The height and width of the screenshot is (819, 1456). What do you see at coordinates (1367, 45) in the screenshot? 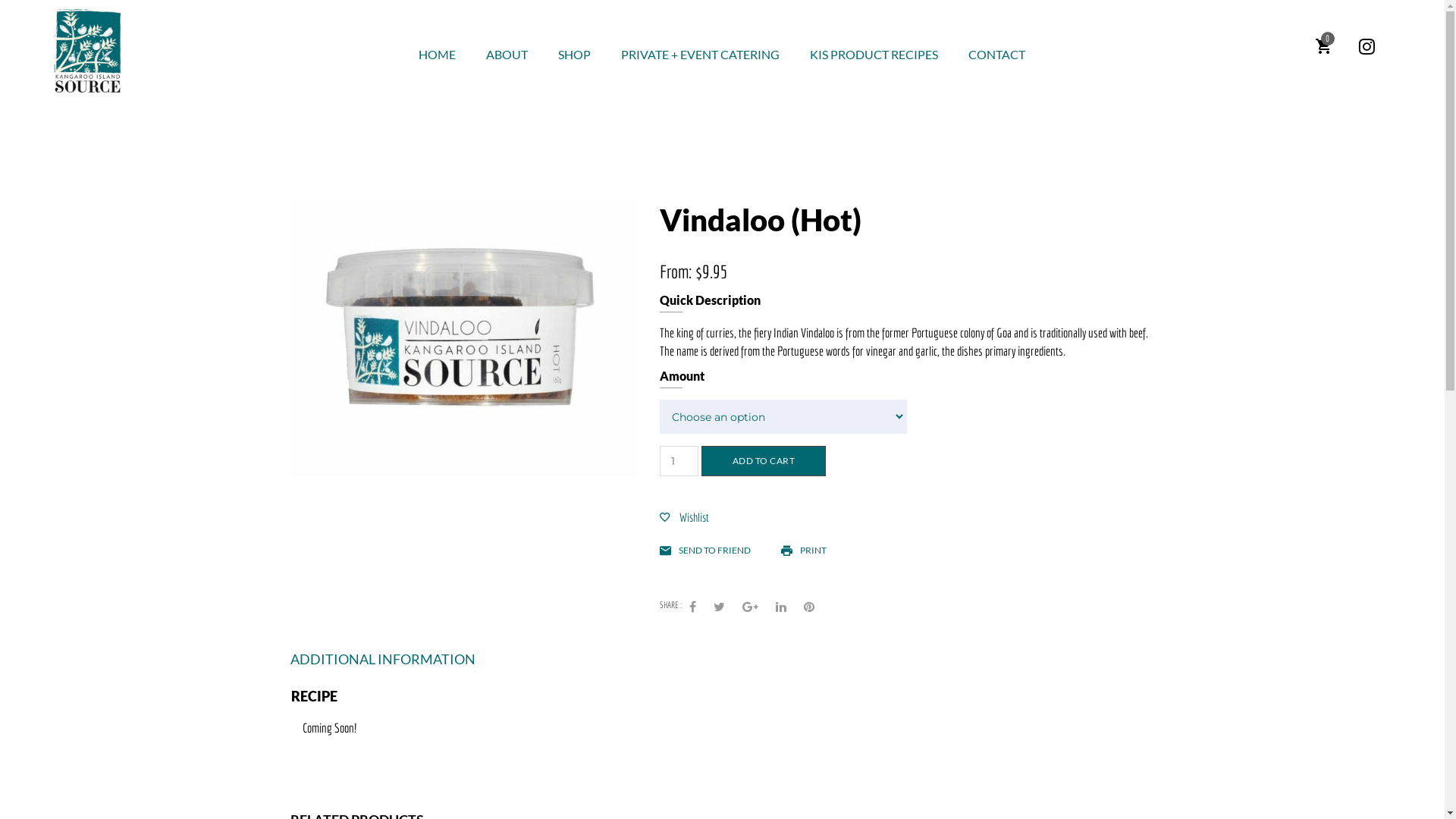
I see `'Instagram'` at bounding box center [1367, 45].